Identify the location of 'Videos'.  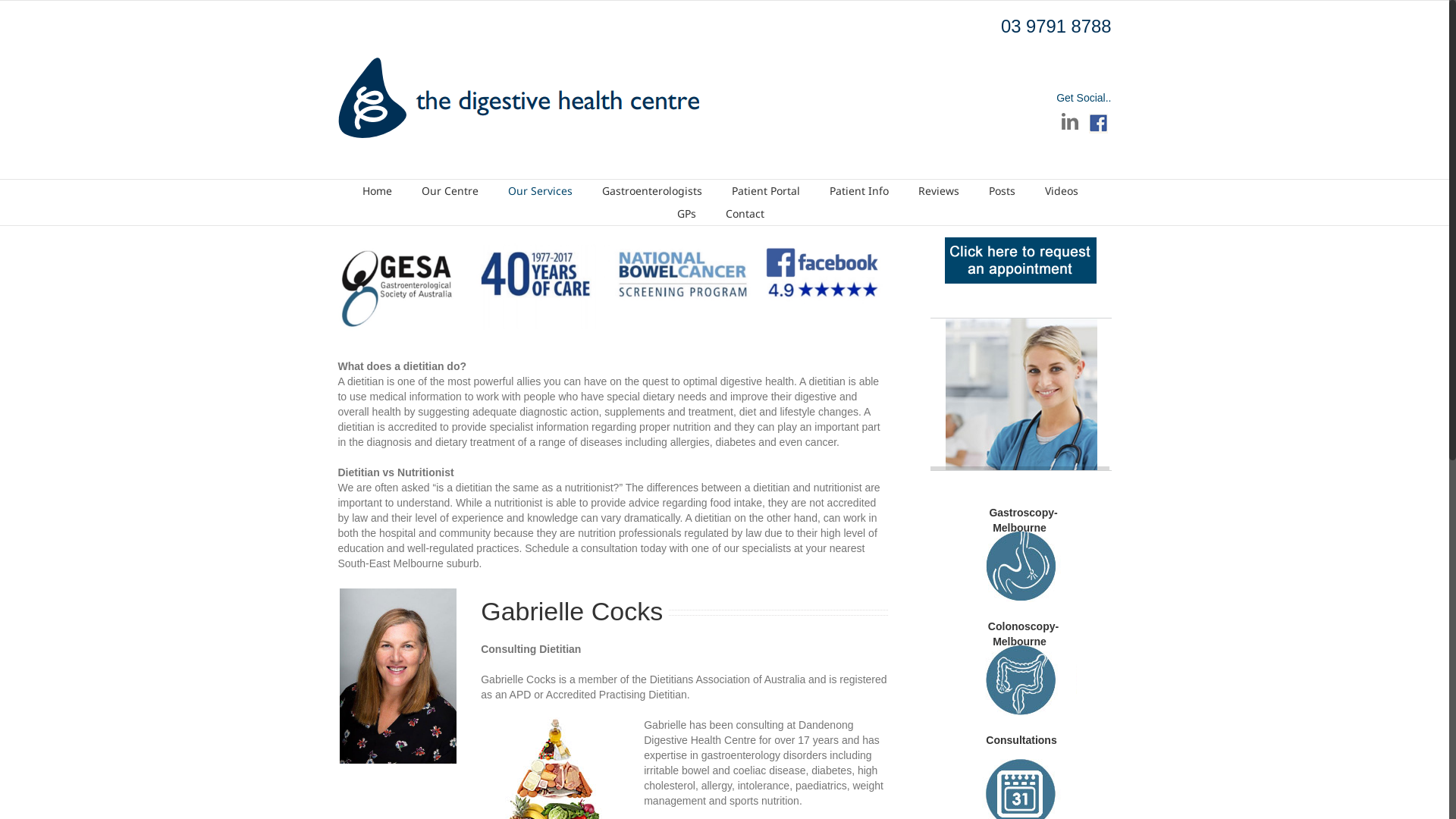
(1043, 190).